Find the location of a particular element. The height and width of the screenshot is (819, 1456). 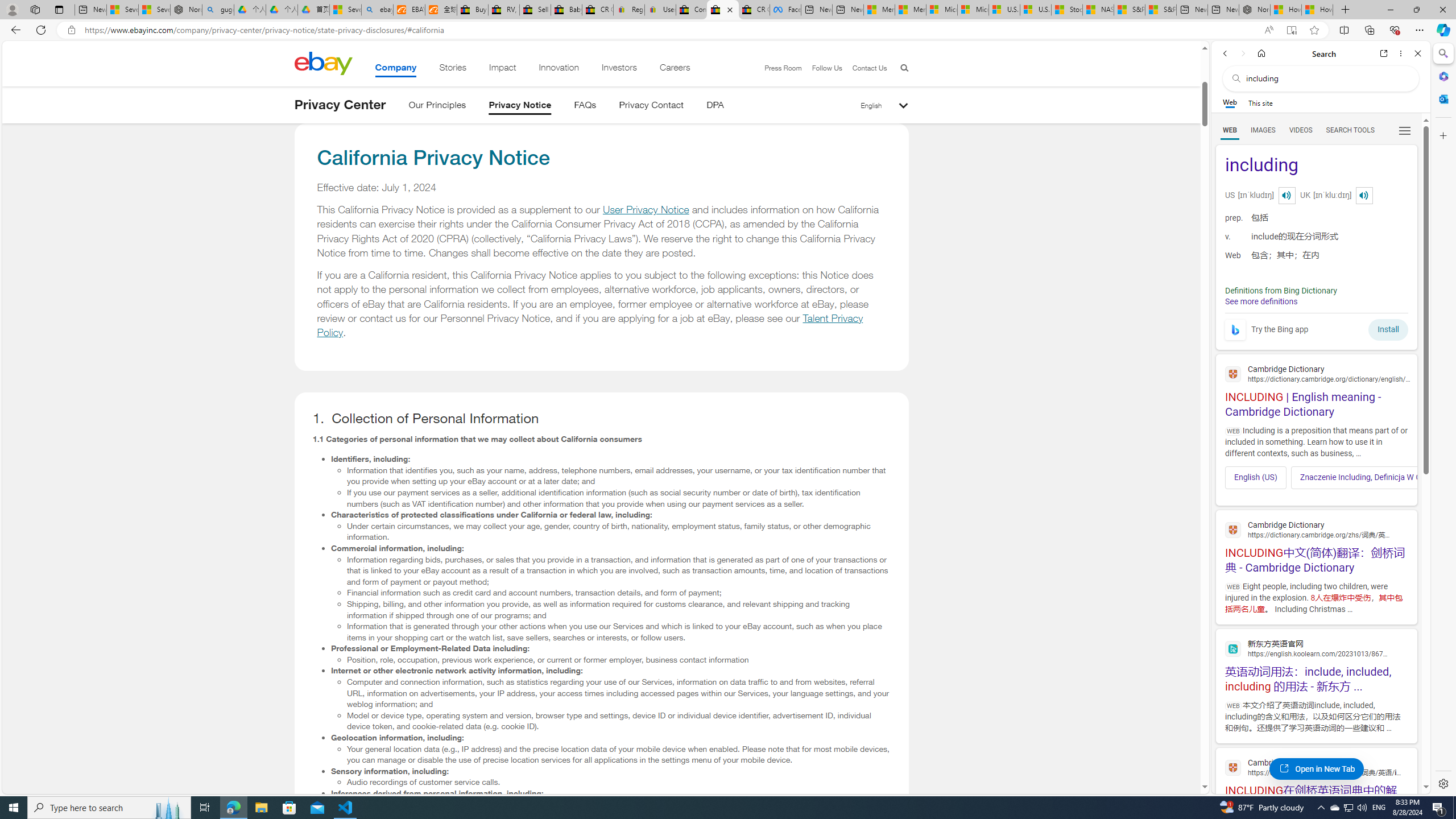

'Preferences' is located at coordinates (1404, 129).